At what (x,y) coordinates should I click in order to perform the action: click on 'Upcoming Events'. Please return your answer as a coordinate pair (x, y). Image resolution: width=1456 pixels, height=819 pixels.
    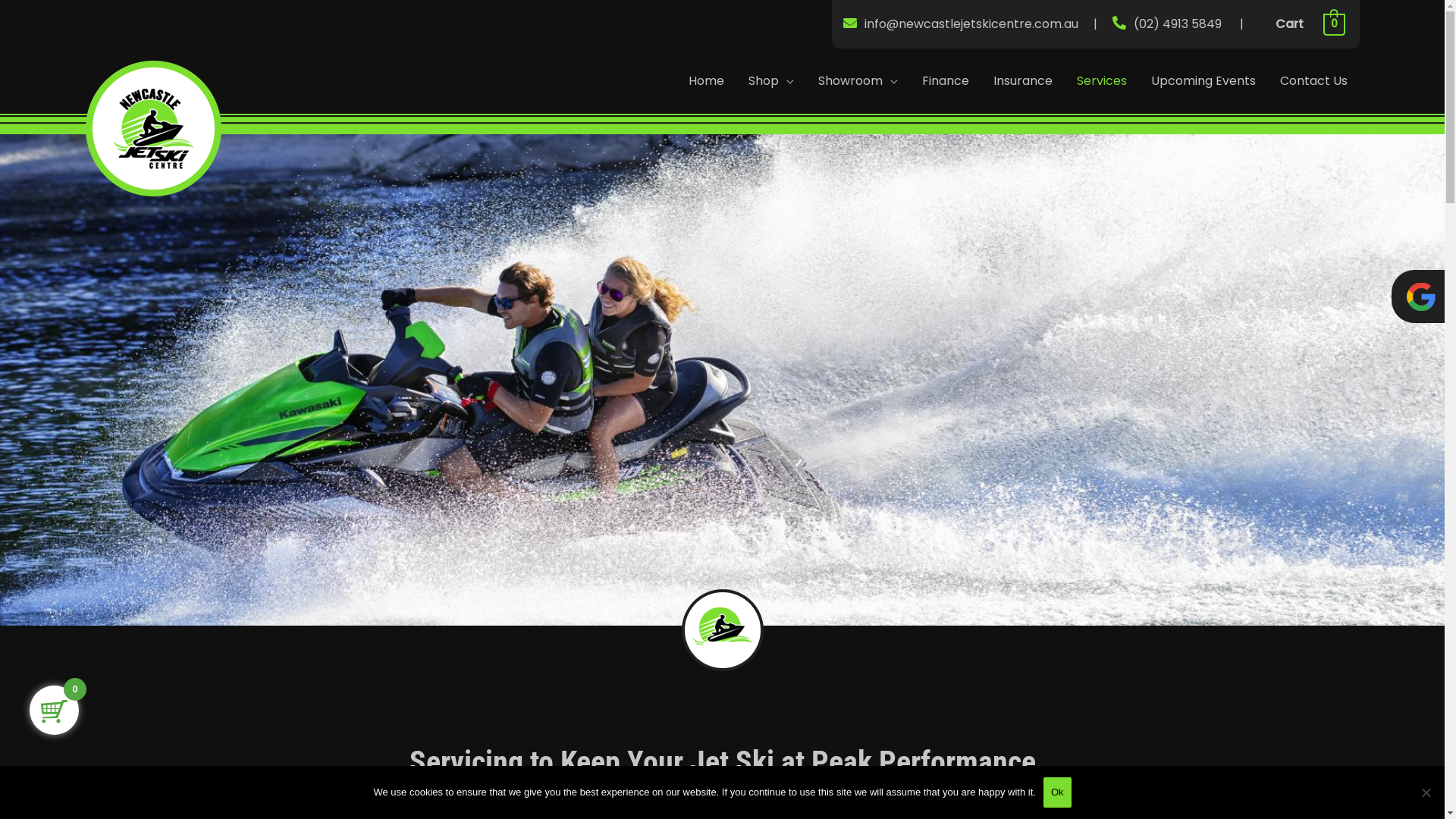
    Looking at the image, I should click on (1203, 81).